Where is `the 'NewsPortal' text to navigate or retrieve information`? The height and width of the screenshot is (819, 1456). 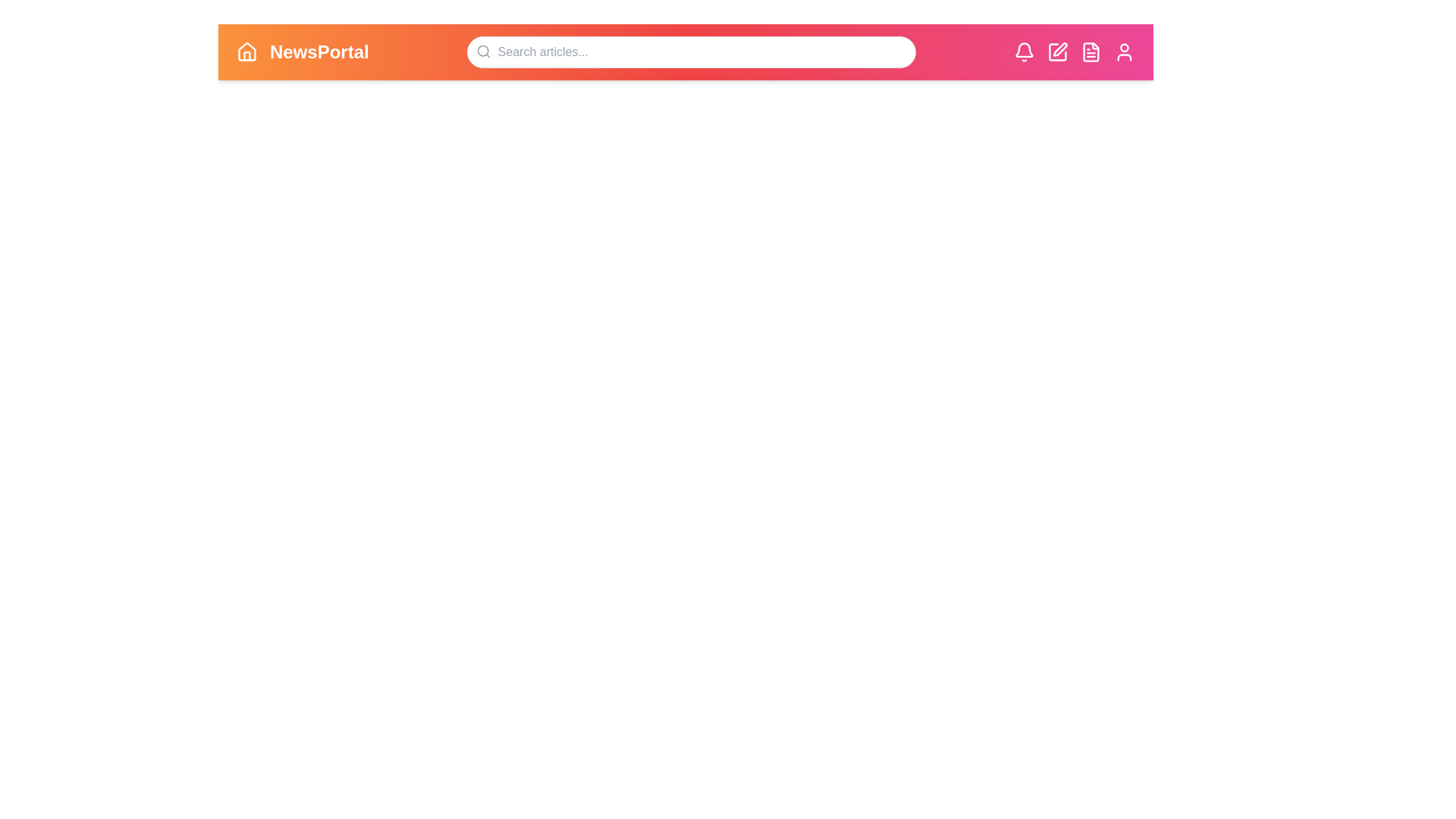 the 'NewsPortal' text to navigate or retrieve information is located at coordinates (318, 52).